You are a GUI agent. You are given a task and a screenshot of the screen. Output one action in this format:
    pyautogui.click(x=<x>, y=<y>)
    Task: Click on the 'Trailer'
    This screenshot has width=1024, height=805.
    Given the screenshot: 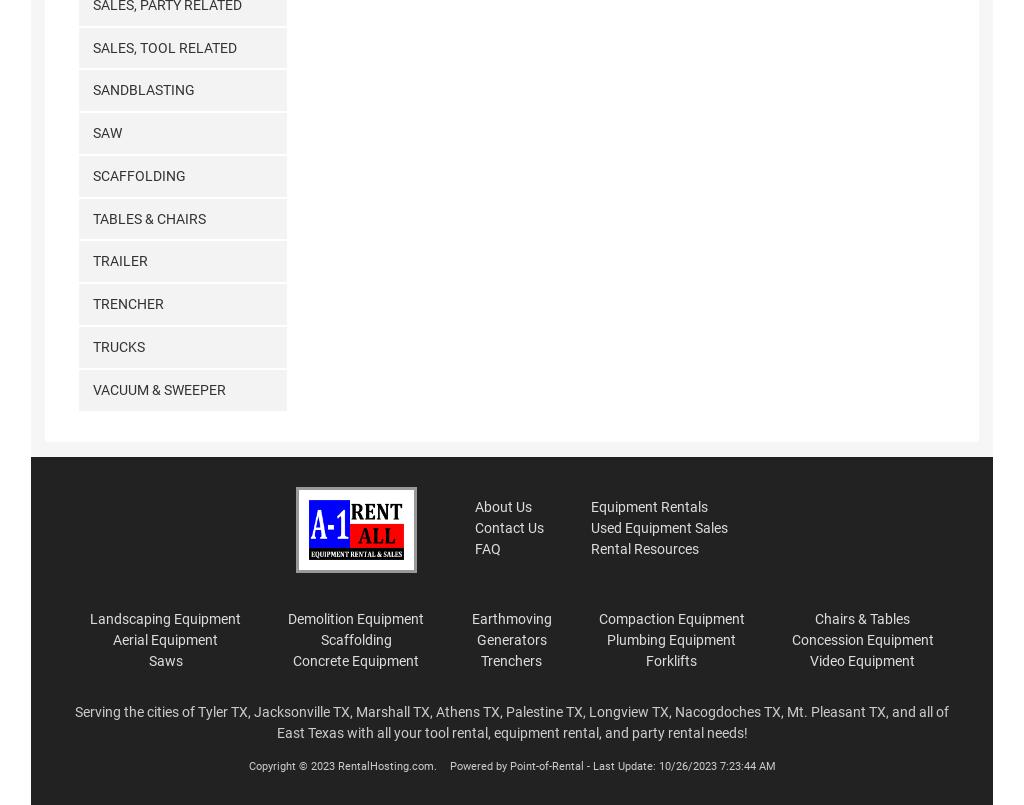 What is the action you would take?
    pyautogui.click(x=119, y=260)
    